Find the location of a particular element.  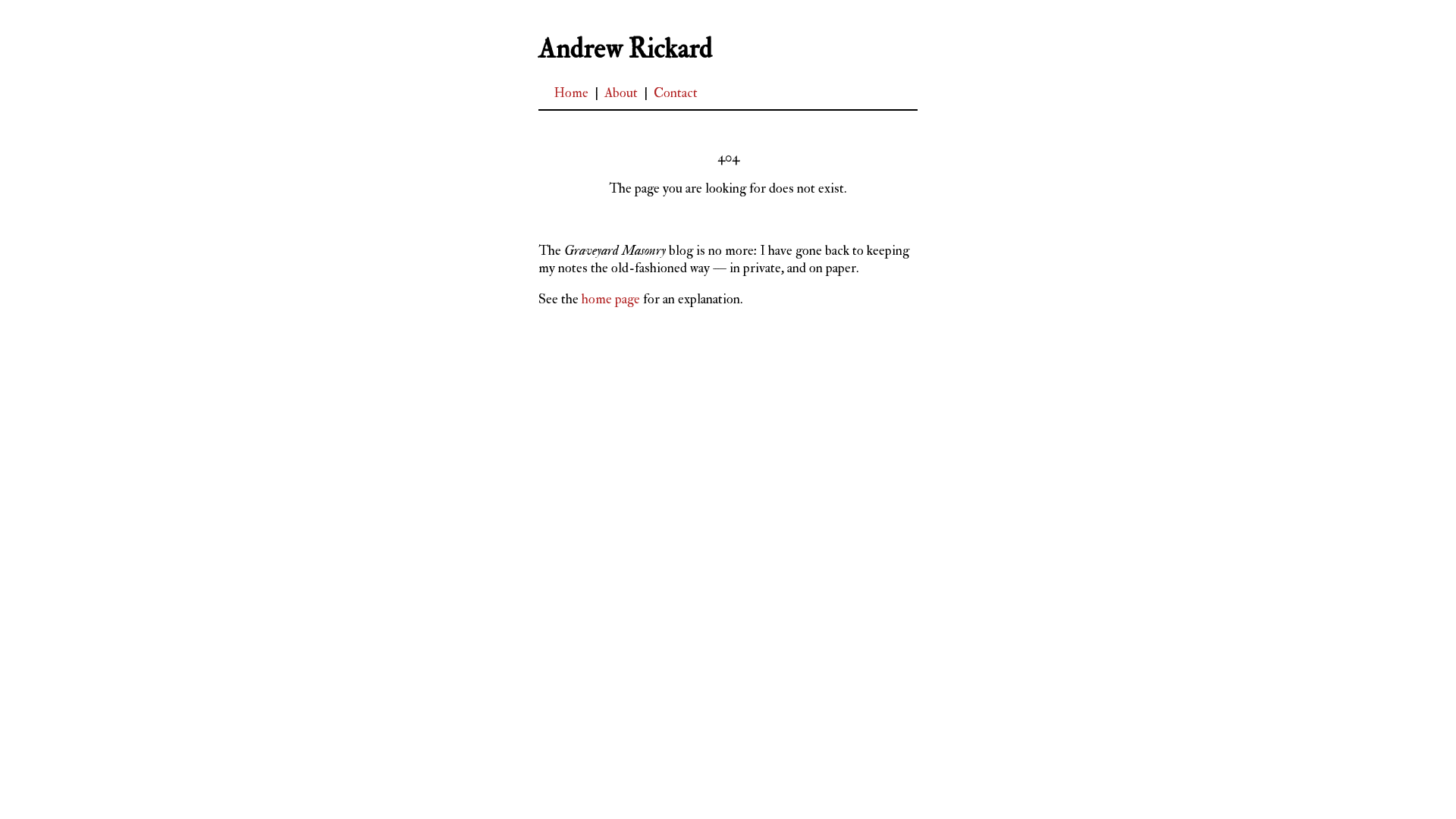

'Home' is located at coordinates (570, 93).